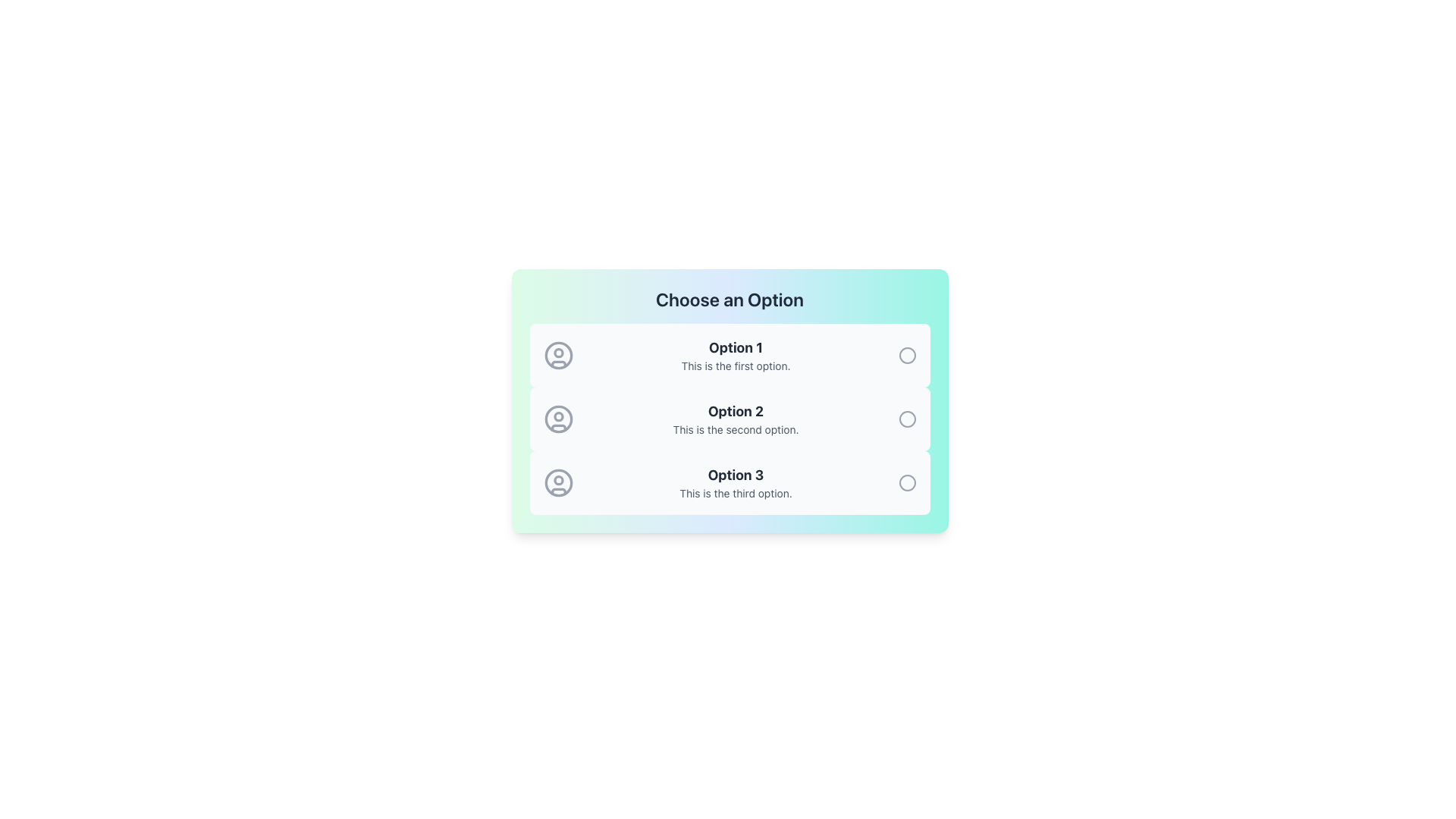 The image size is (1456, 819). Describe the element at coordinates (907, 419) in the screenshot. I see `the radio button for 'Option 2', which is a circular gray icon located at the far-right side of the option label` at that location.